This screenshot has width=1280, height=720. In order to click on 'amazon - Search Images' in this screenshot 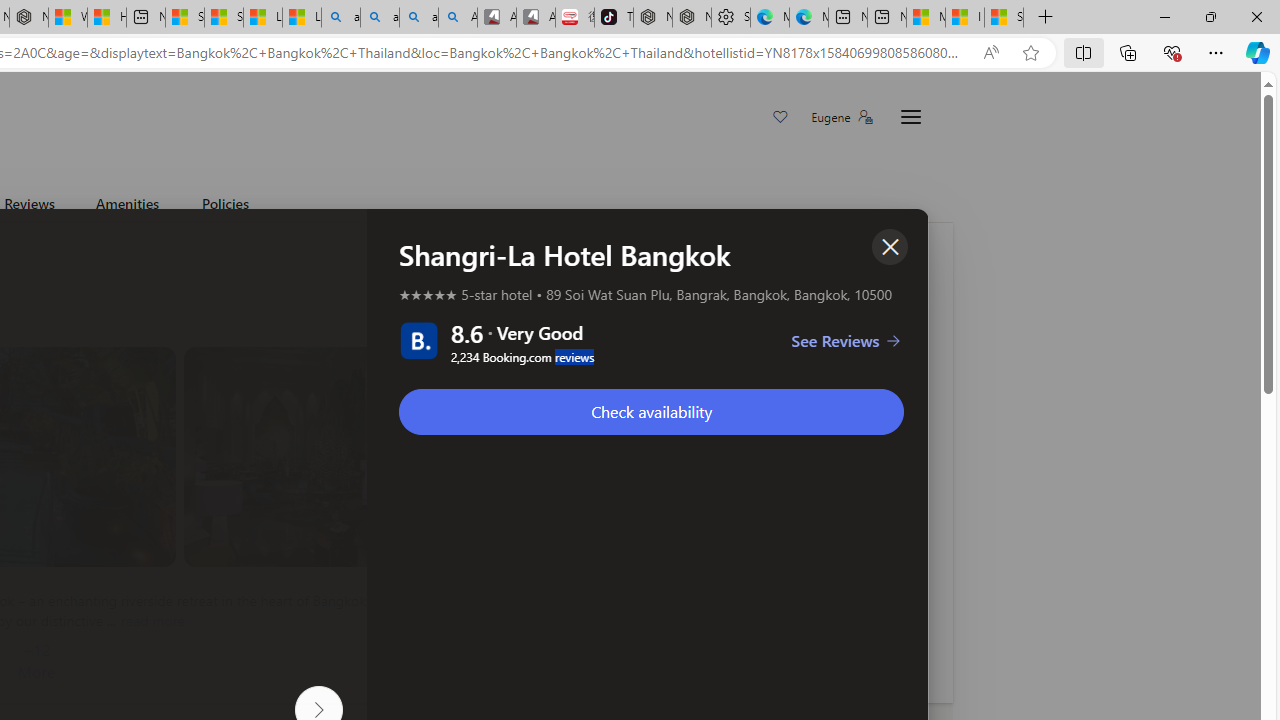, I will do `click(417, 17)`.